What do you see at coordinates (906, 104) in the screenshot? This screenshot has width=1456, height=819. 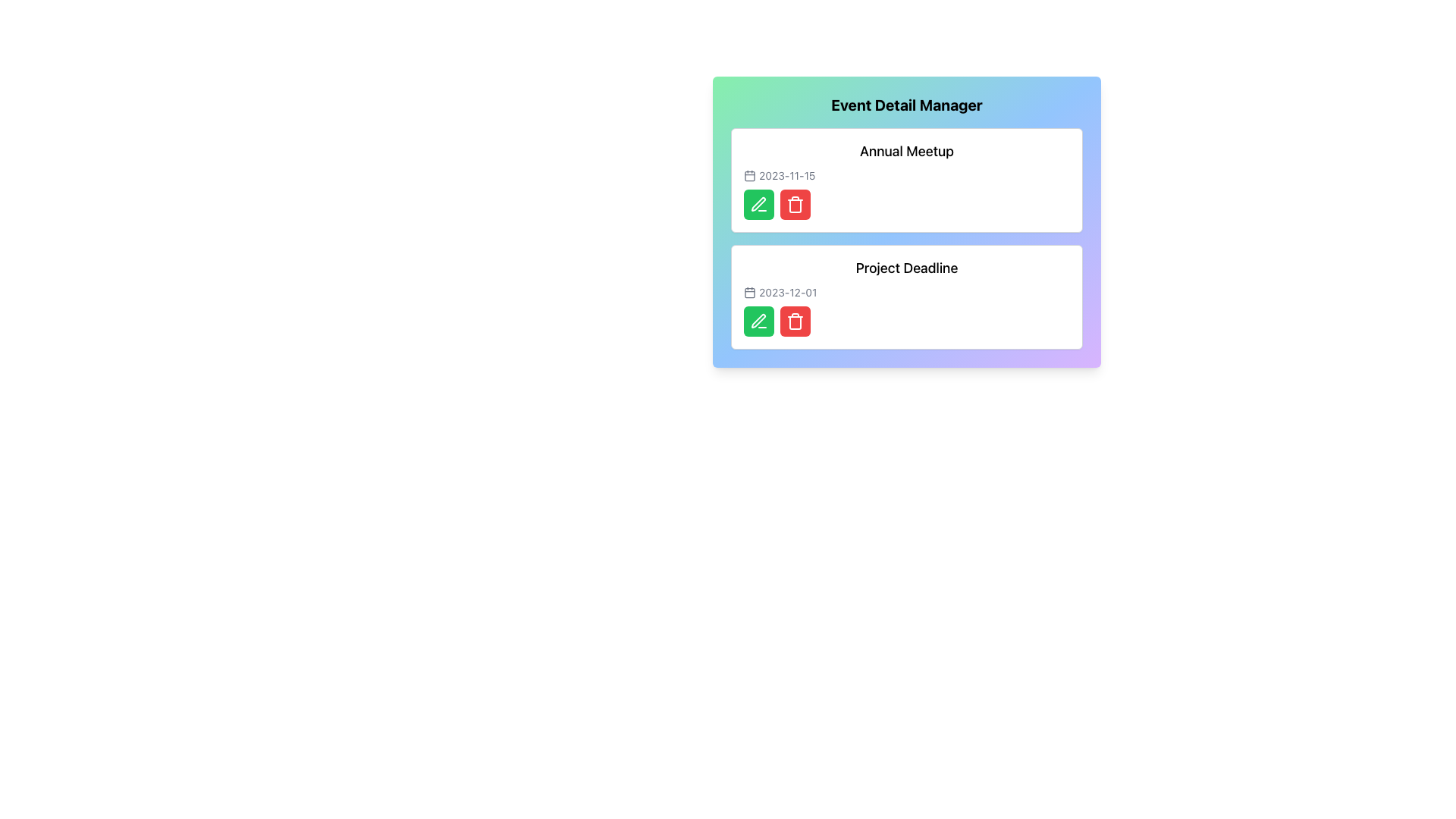 I see `the header text label indicating the primary content of the section for managing event details to potentially reveal tooltips` at bounding box center [906, 104].